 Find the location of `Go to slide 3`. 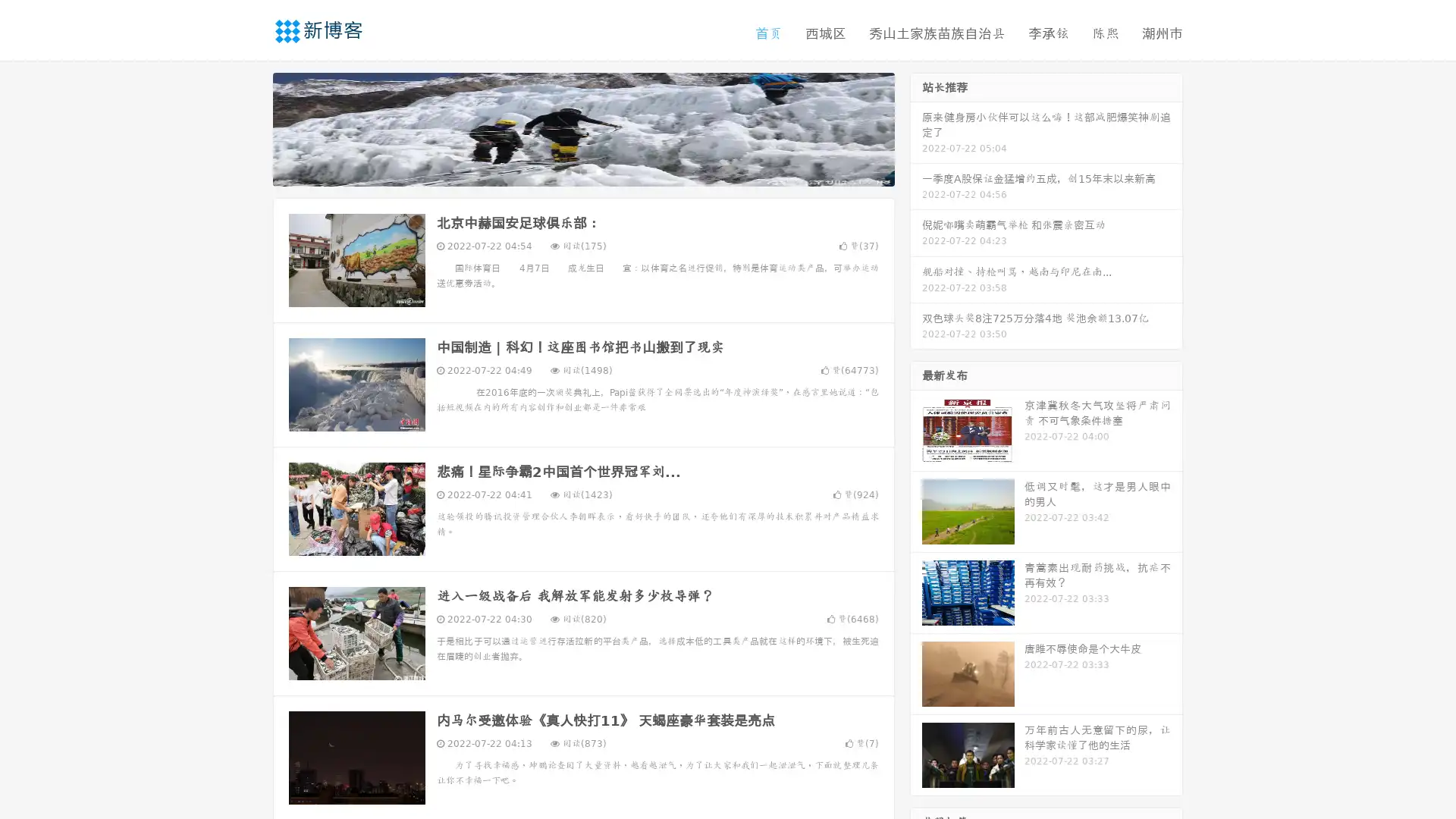

Go to slide 3 is located at coordinates (598, 171).